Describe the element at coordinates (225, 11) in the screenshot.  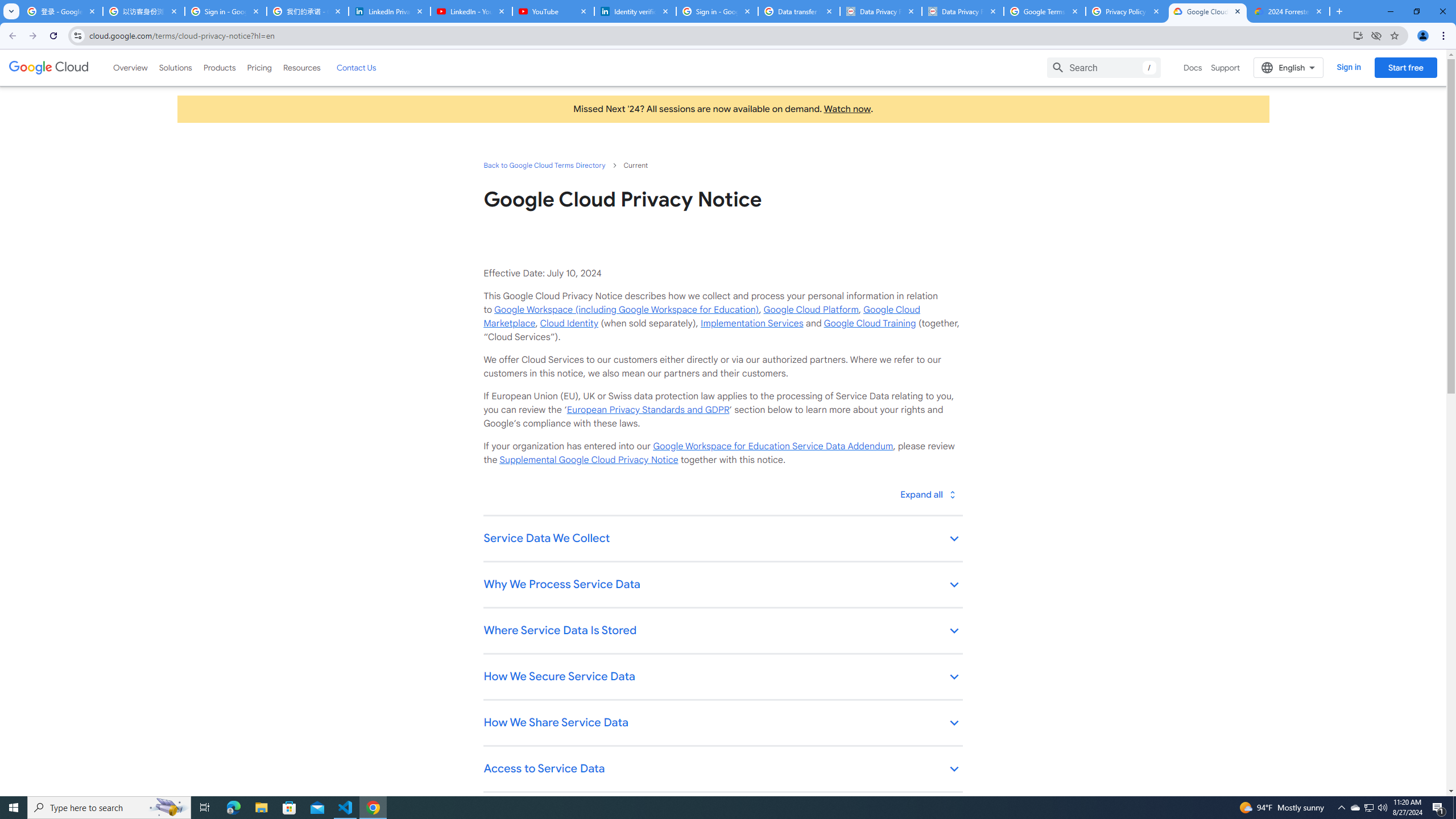
I see `'Sign in - Google Accounts'` at that location.